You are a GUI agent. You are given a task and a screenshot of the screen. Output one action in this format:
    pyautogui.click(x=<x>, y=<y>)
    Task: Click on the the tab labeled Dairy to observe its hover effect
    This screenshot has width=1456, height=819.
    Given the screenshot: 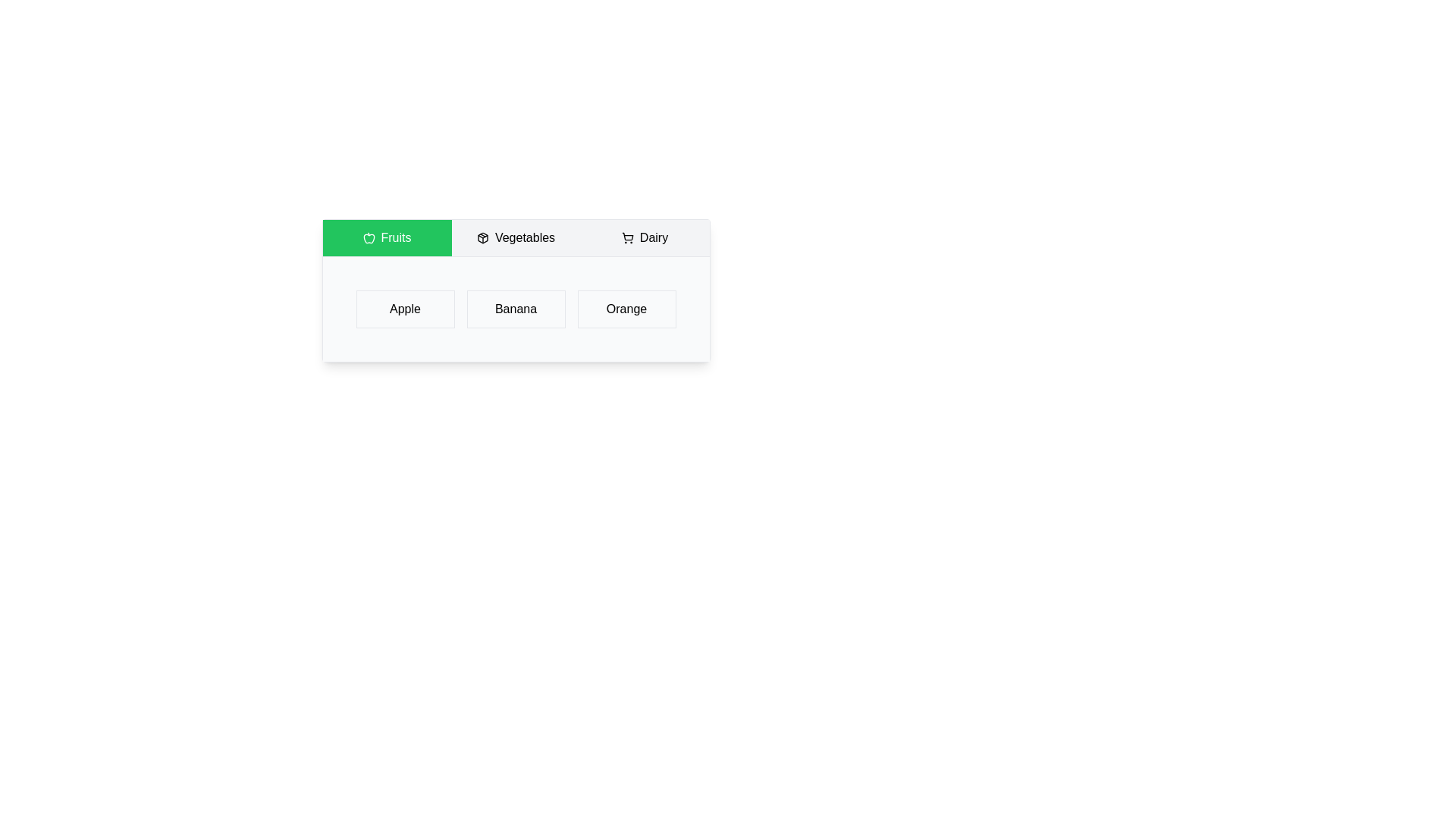 What is the action you would take?
    pyautogui.click(x=645, y=237)
    